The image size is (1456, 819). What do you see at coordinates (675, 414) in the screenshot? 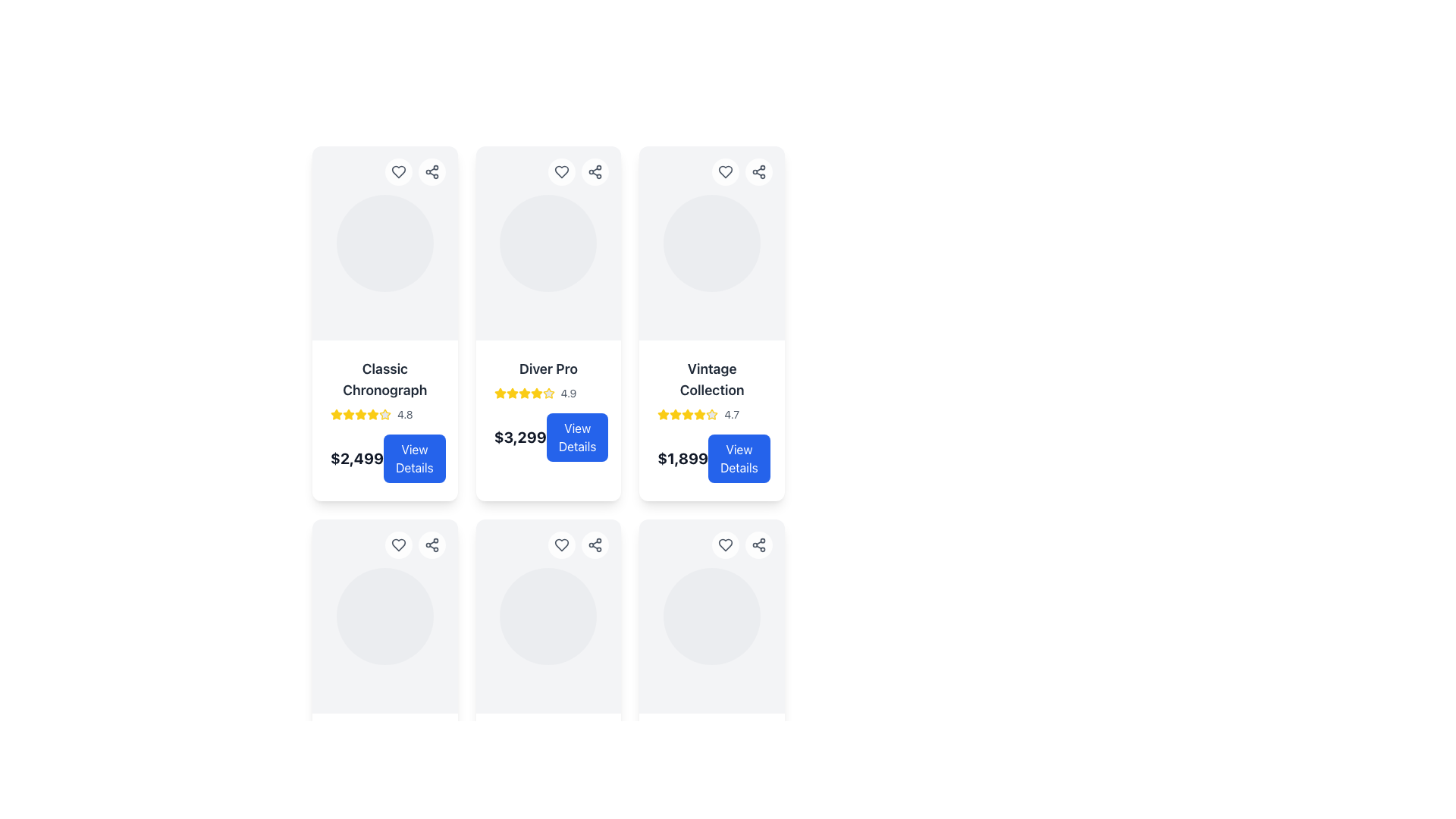
I see `the third star icon` at bounding box center [675, 414].